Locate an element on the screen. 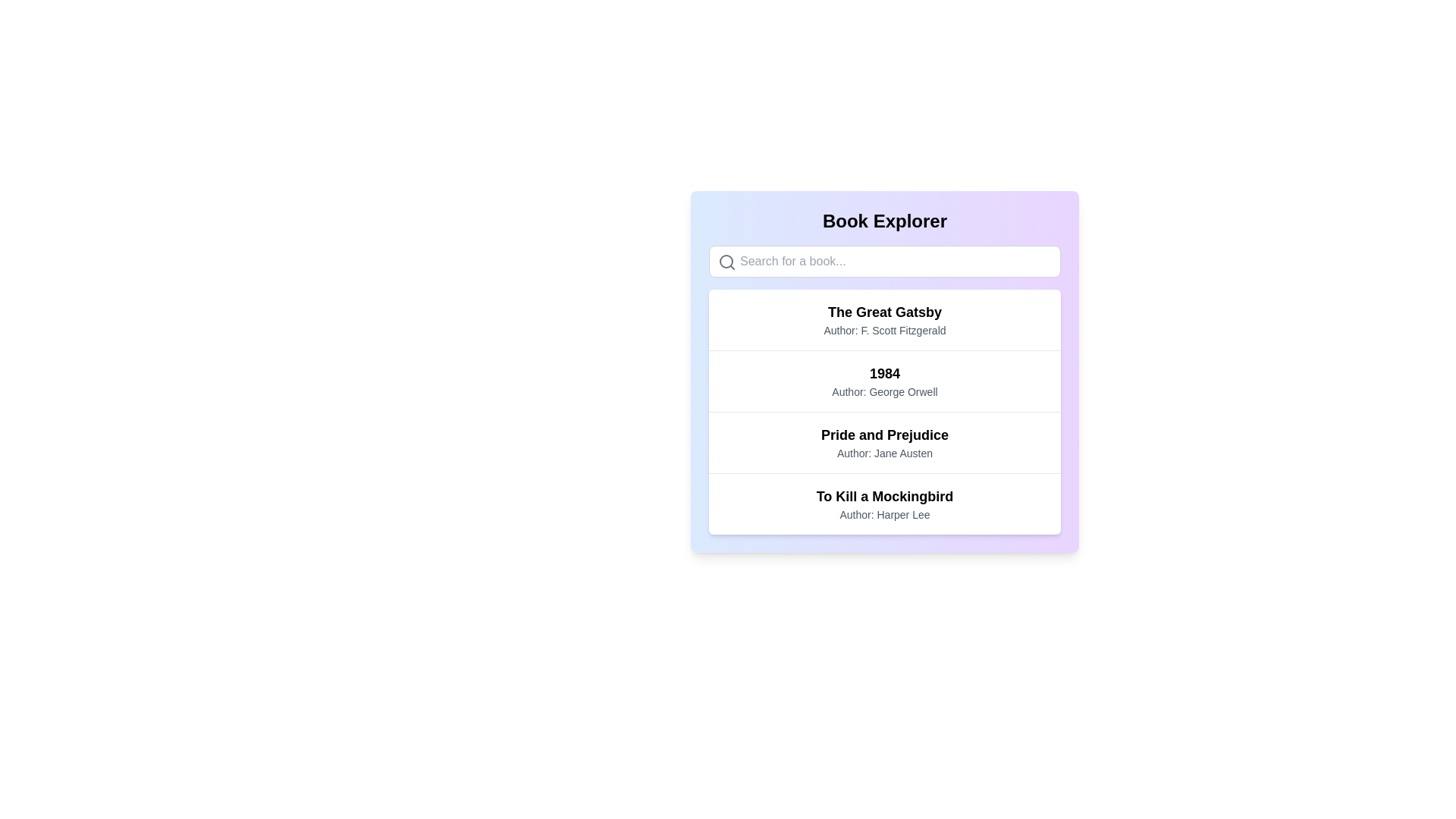 The image size is (1456, 819). the gray magnifying glass icon located to the left of the 'Search for a book...' placeholder in the search bar to initiate a search is located at coordinates (726, 262).